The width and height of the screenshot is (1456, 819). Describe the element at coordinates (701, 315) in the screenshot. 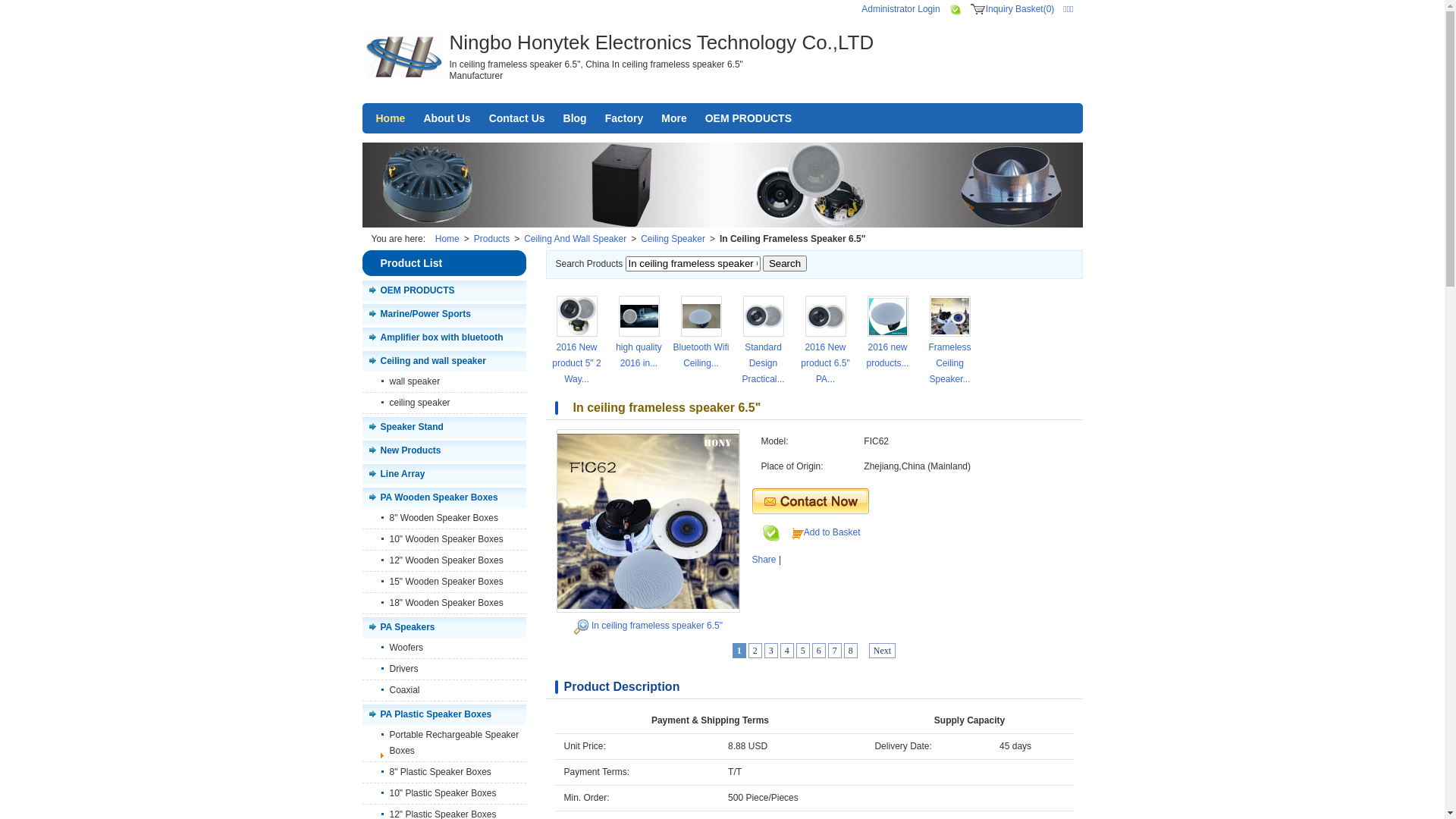

I see `'Bluetooth Wifi Ceiling Speaker Waterproof for bathroom'` at that location.